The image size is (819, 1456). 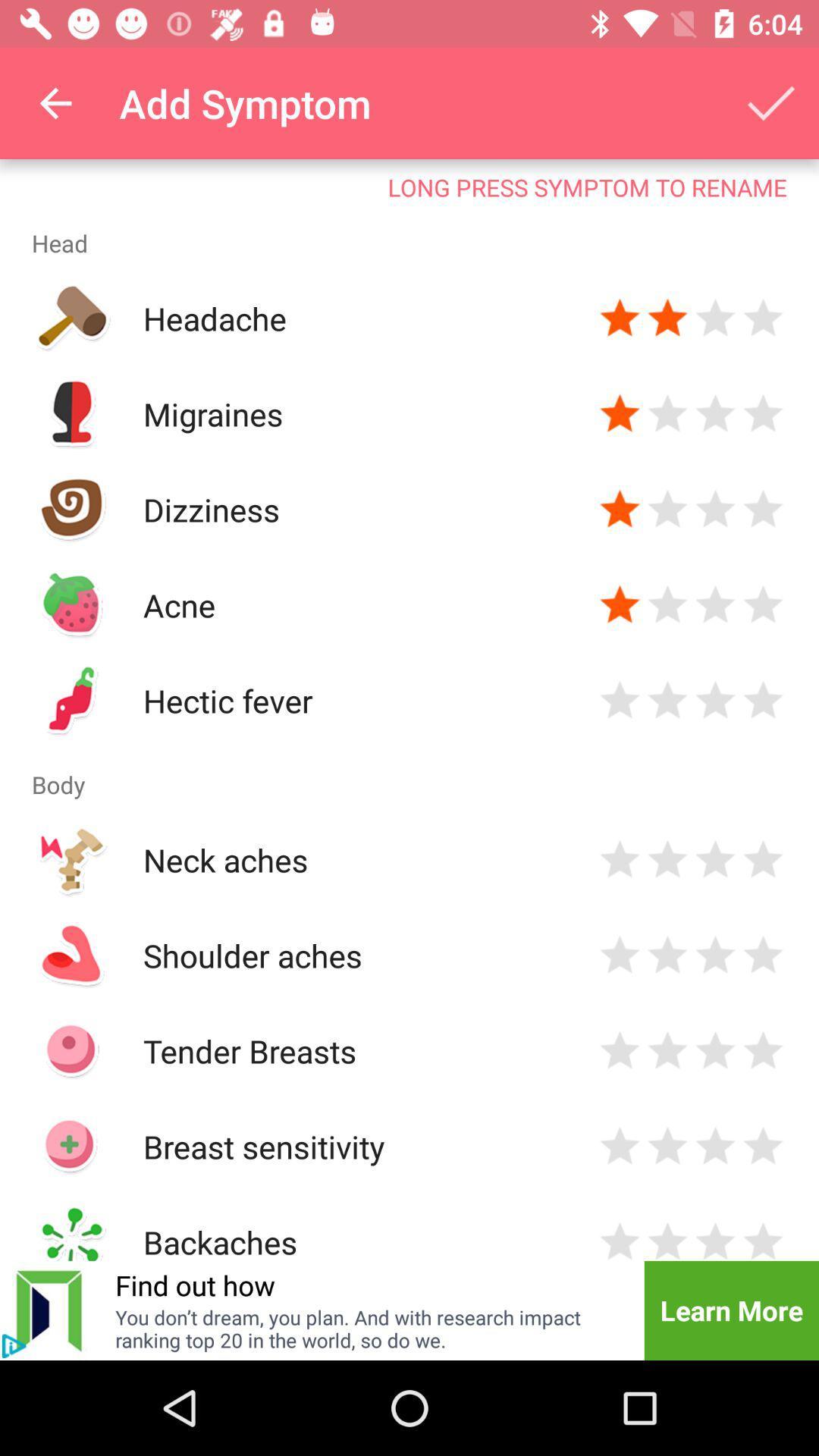 What do you see at coordinates (763, 954) in the screenshot?
I see `rate item 5 stars` at bounding box center [763, 954].